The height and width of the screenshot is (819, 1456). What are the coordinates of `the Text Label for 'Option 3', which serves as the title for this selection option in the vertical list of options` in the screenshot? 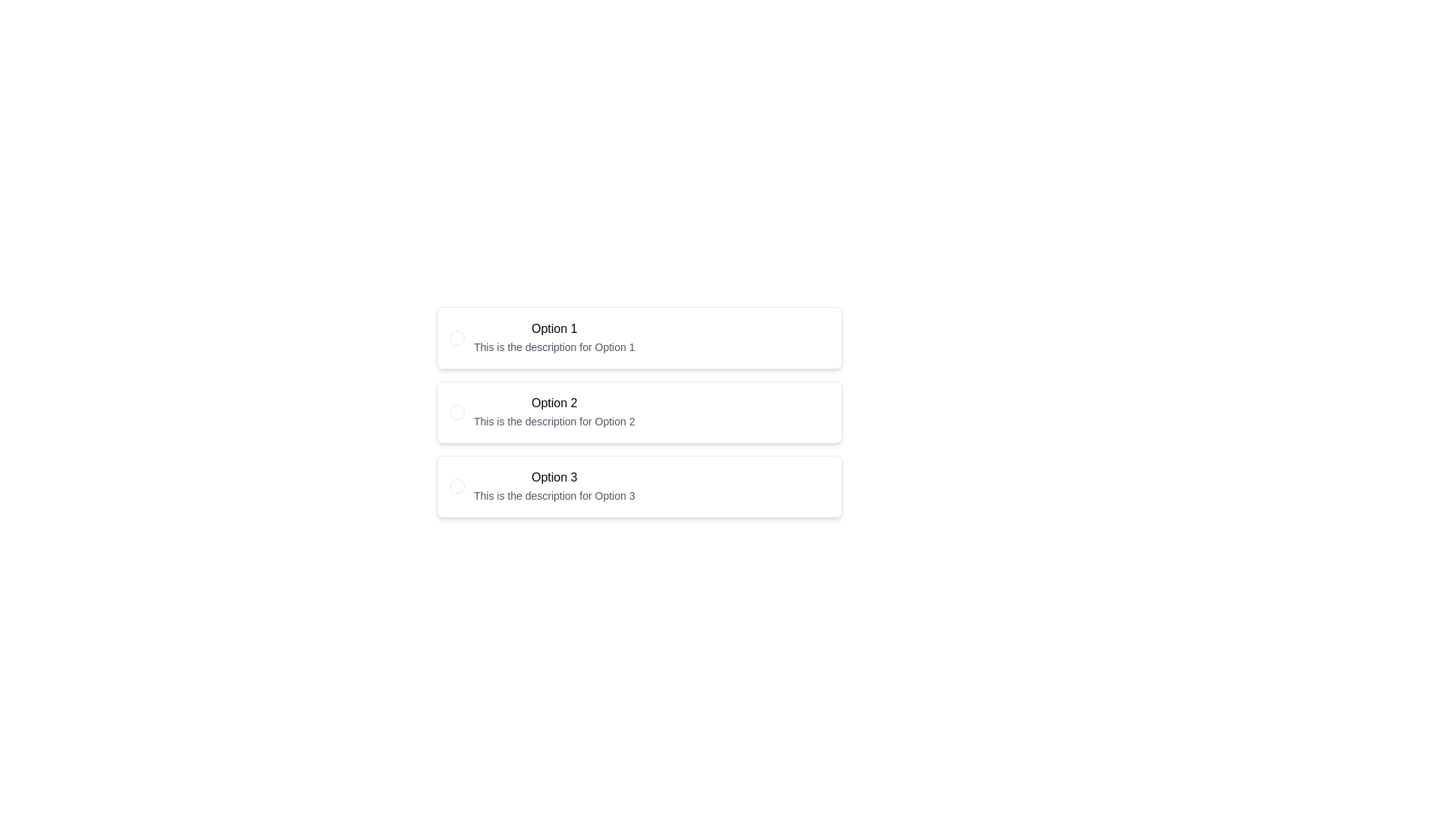 It's located at (554, 476).